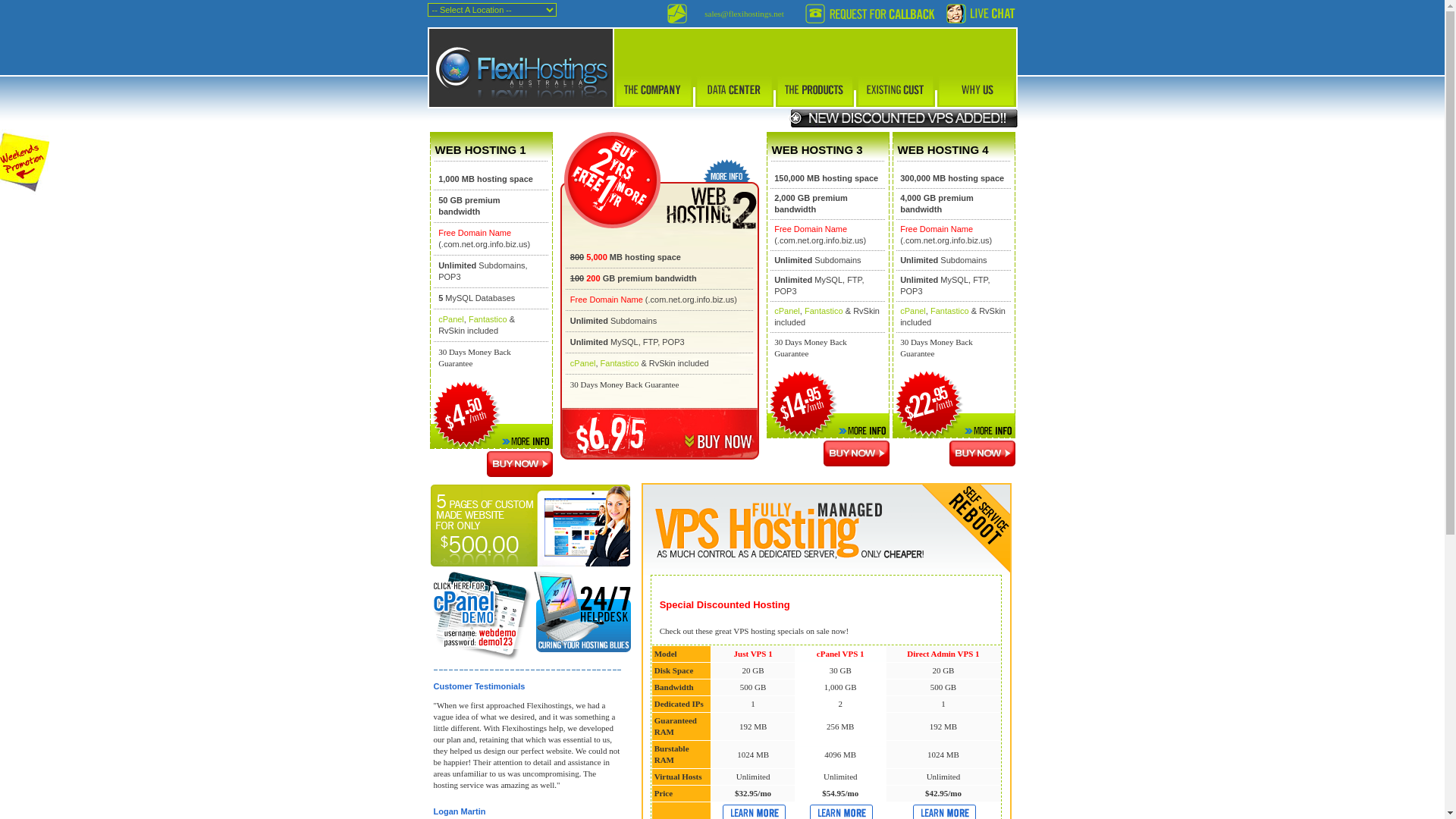 Image resolution: width=1456 pixels, height=819 pixels. I want to click on 'cPanel', so click(786, 309).